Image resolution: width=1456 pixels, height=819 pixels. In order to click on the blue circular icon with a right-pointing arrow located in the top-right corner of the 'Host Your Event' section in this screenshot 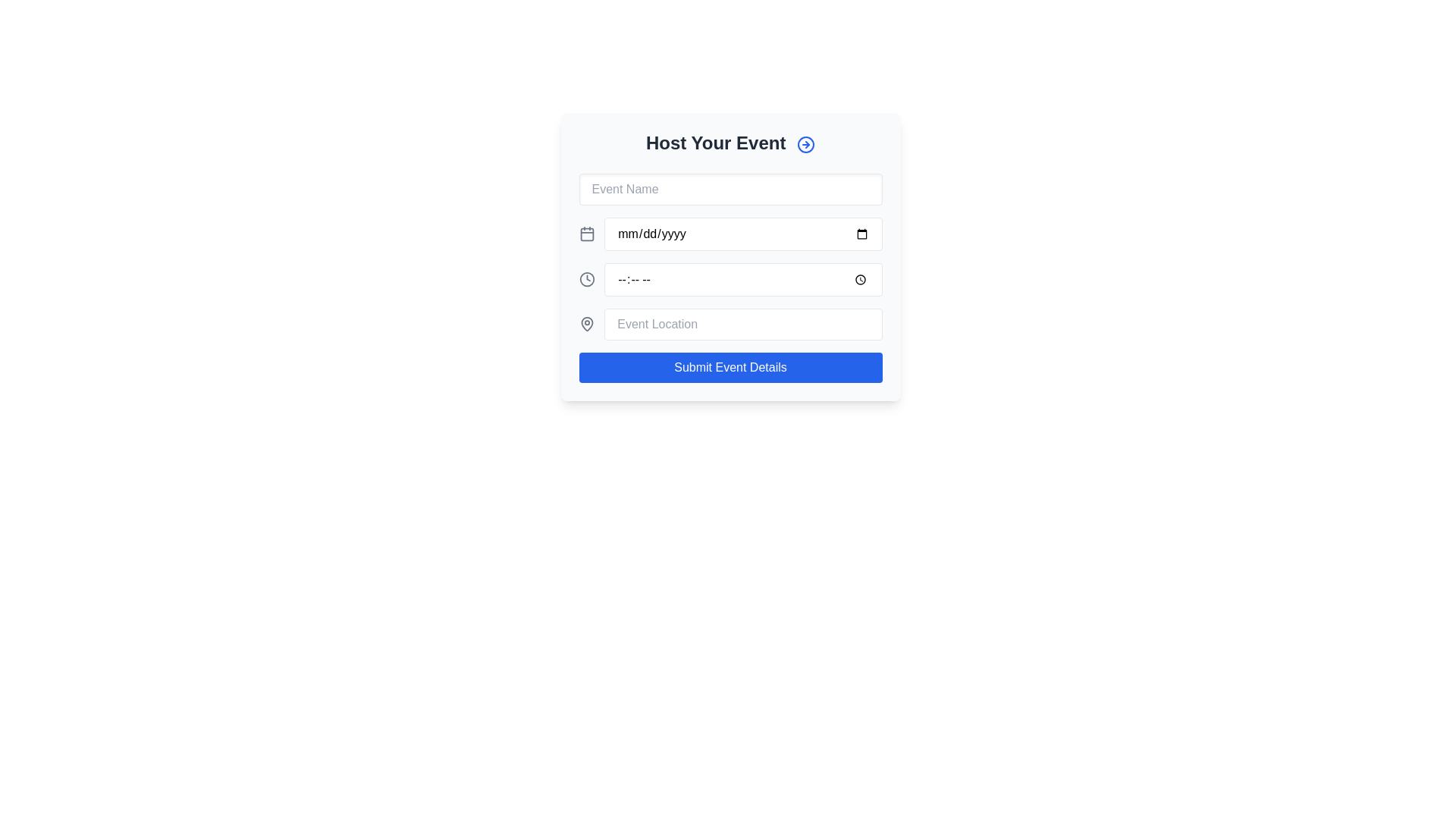, I will do `click(805, 144)`.